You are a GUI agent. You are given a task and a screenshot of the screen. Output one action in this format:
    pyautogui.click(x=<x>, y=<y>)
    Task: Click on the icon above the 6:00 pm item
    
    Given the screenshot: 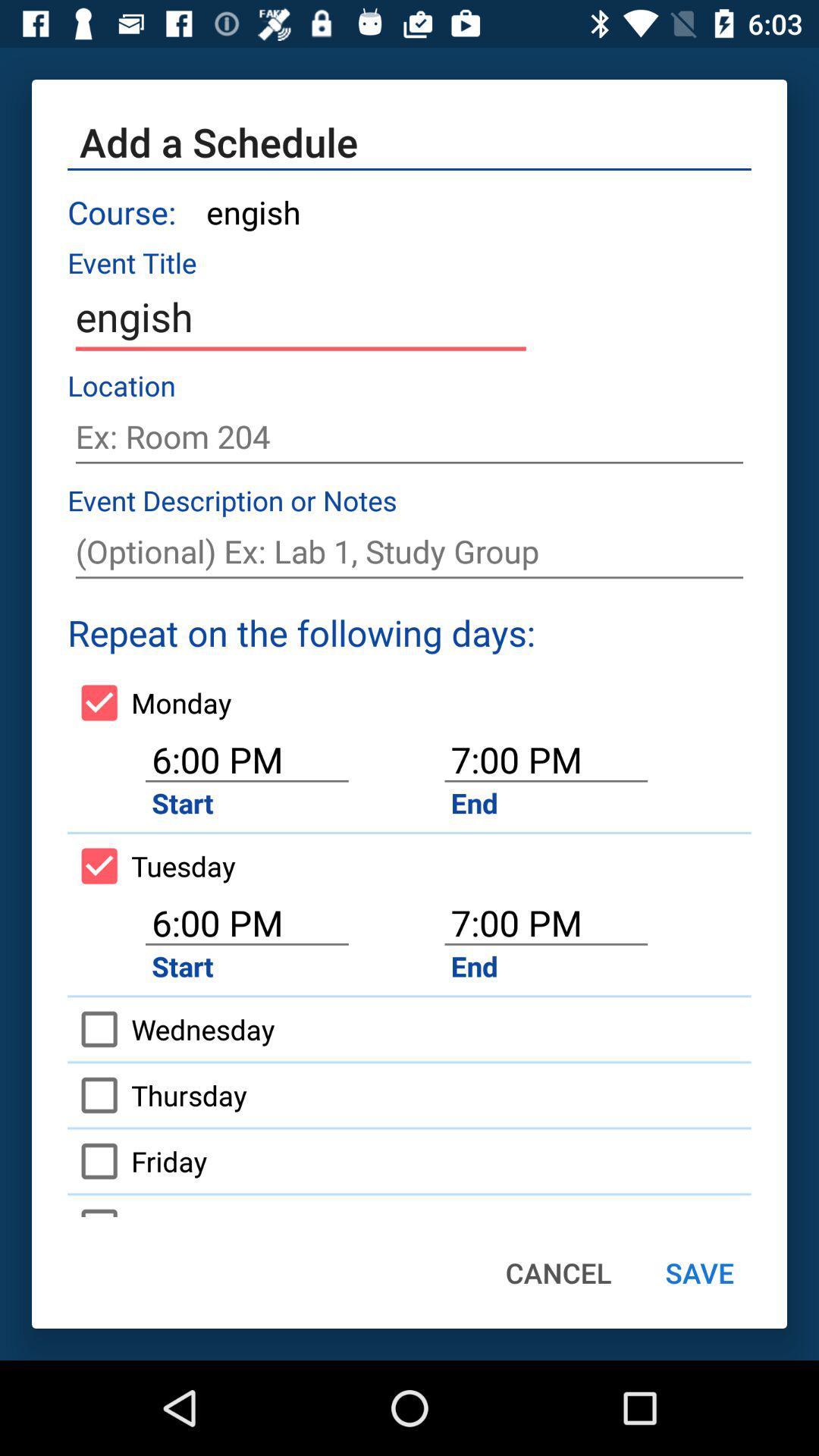 What is the action you would take?
    pyautogui.click(x=149, y=701)
    